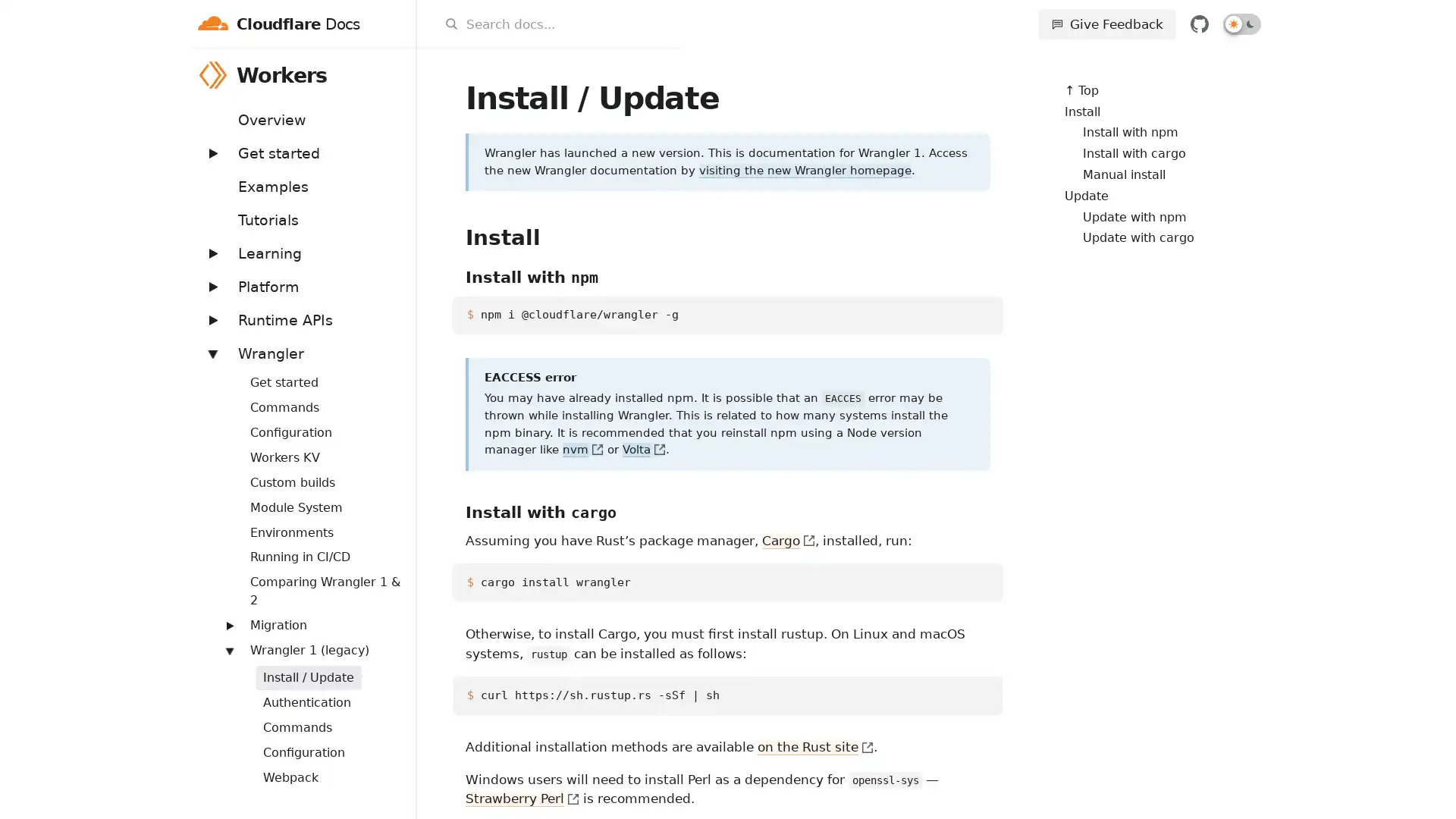 The image size is (1456, 819). What do you see at coordinates (228, 648) in the screenshot?
I see `Expand: Wrangler 1 (legacy)` at bounding box center [228, 648].